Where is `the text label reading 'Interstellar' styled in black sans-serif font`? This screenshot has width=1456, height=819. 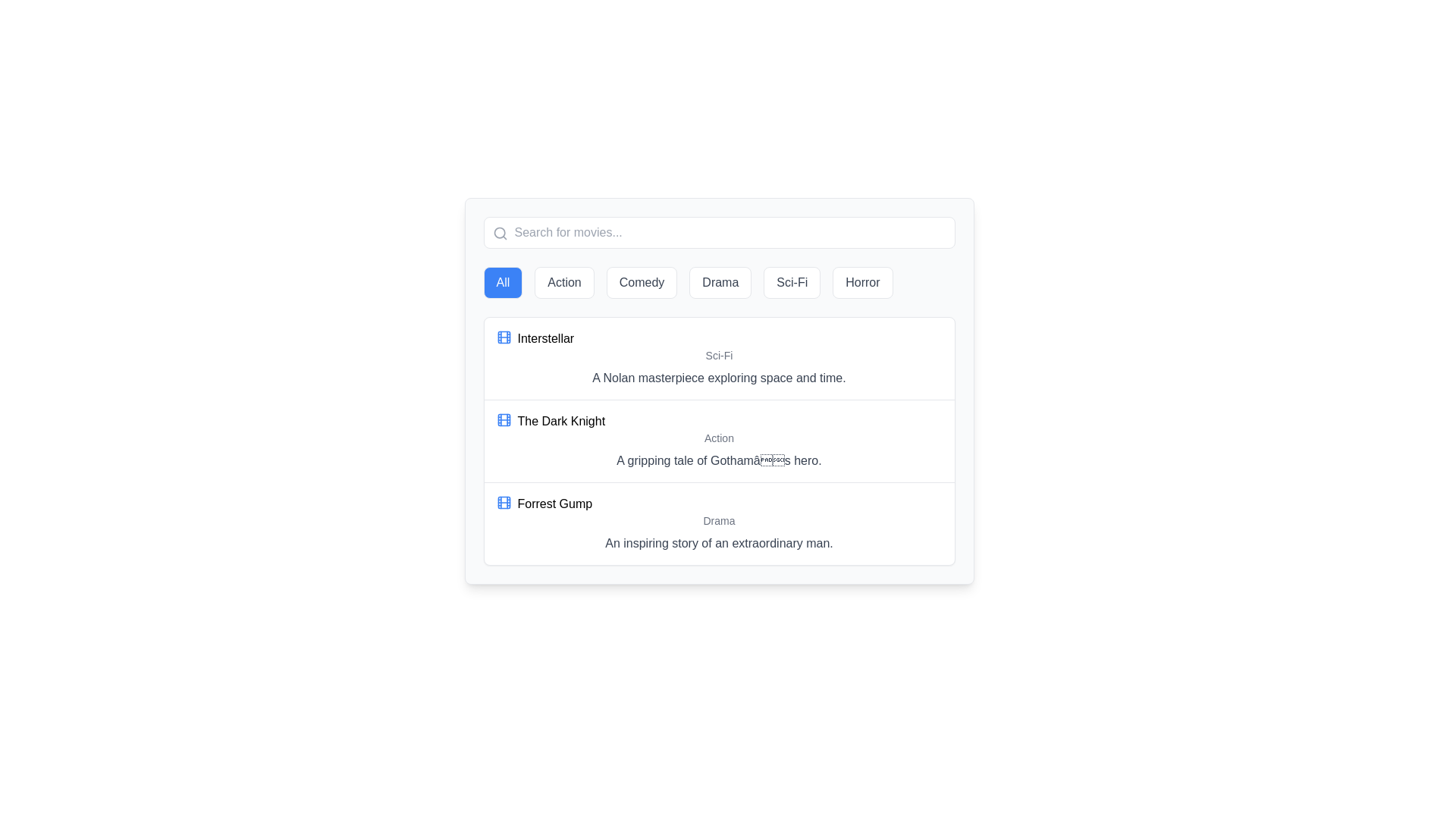
the text label reading 'Interstellar' styled in black sans-serif font is located at coordinates (545, 338).